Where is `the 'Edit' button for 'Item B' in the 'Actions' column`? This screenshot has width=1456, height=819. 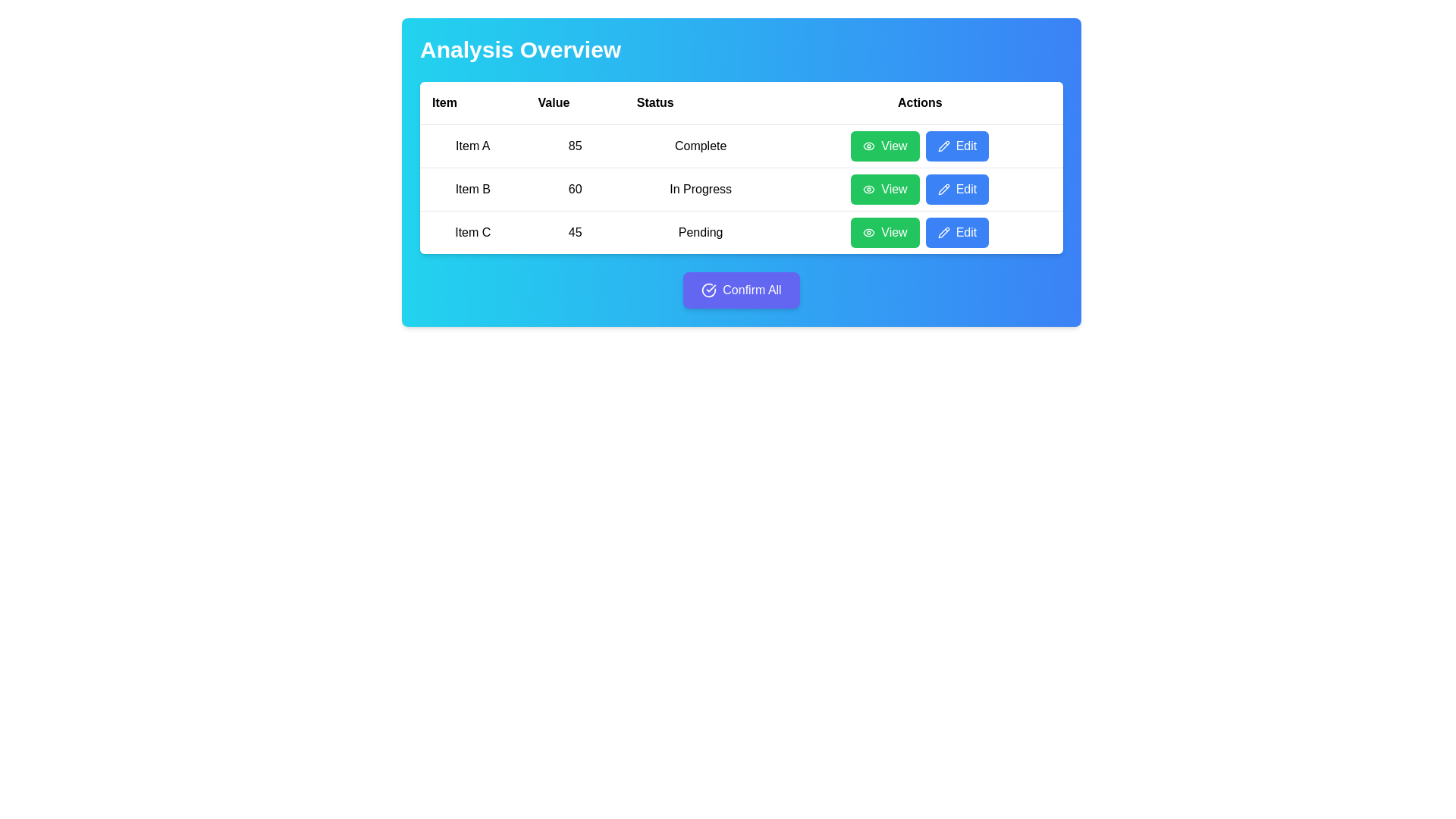 the 'Edit' button for 'Item B' in the 'Actions' column is located at coordinates (956, 189).